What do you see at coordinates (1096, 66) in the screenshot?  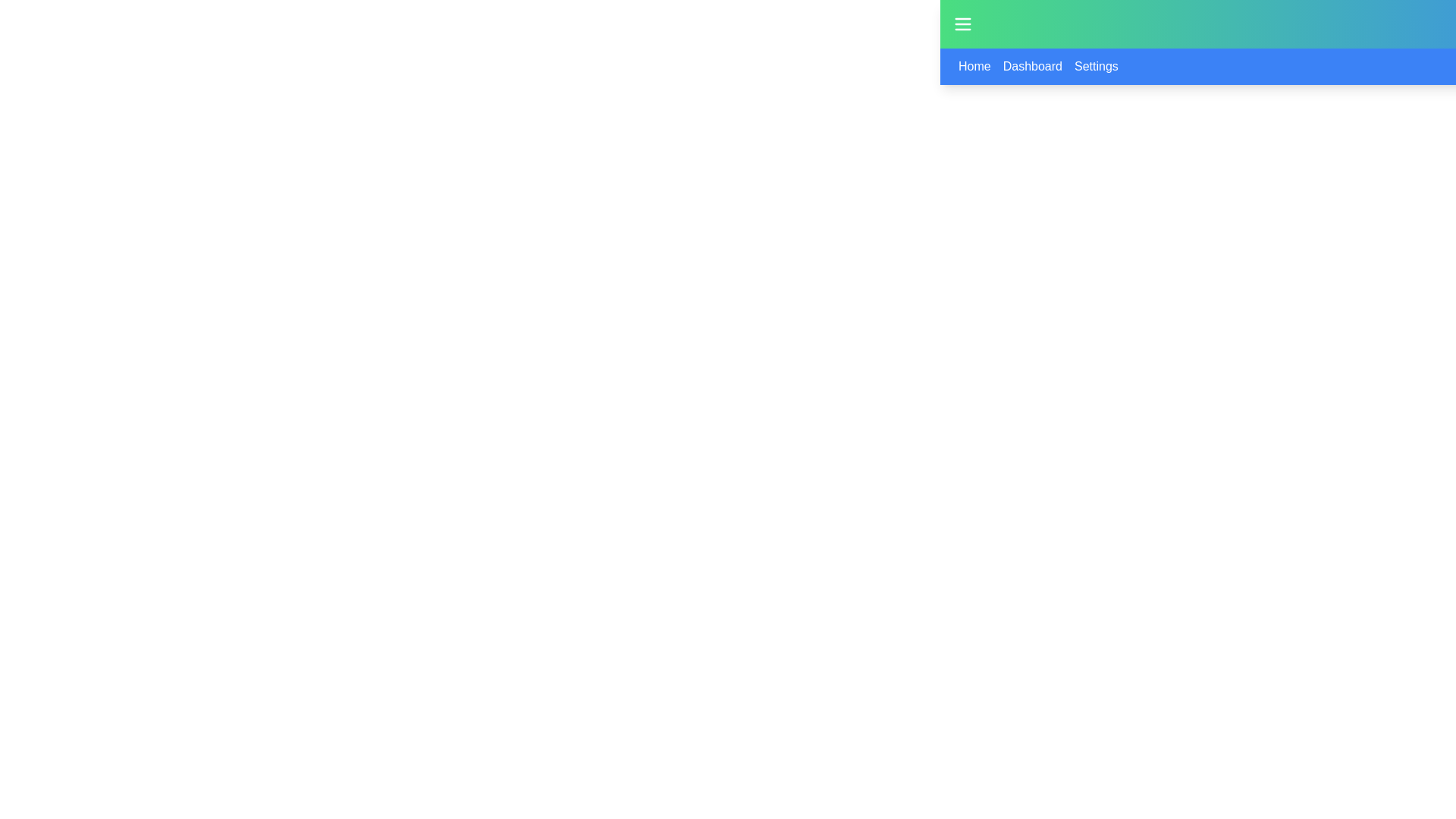 I see `the third Clickable Text Link in the horizontal menu bar to underline the text, which navigates to the 'Settings' section` at bounding box center [1096, 66].